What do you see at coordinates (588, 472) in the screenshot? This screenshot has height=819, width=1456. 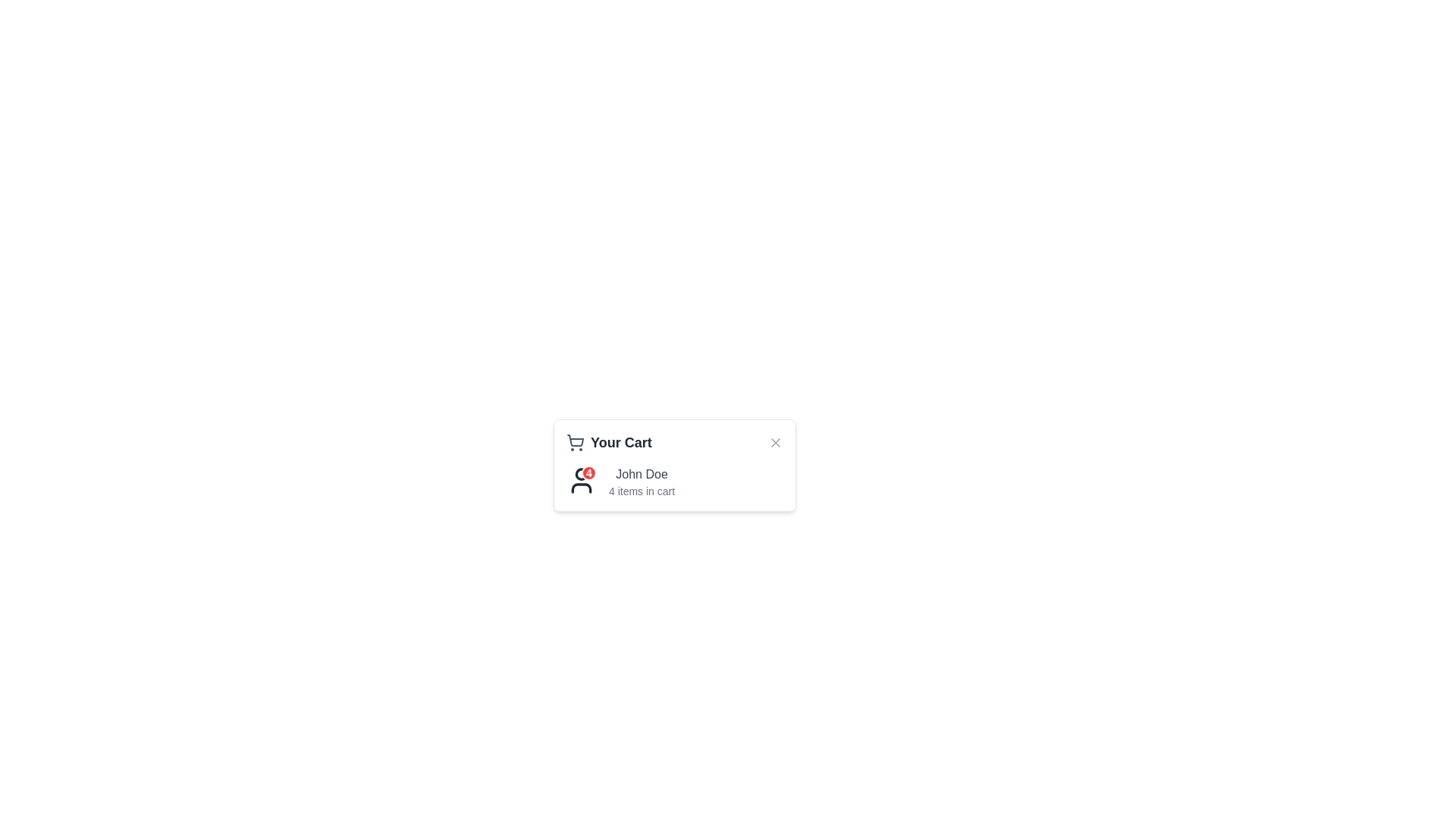 I see `the small circular badge displaying the number '4' with white text over a red background, located at the top-right corner of the user icon` at bounding box center [588, 472].